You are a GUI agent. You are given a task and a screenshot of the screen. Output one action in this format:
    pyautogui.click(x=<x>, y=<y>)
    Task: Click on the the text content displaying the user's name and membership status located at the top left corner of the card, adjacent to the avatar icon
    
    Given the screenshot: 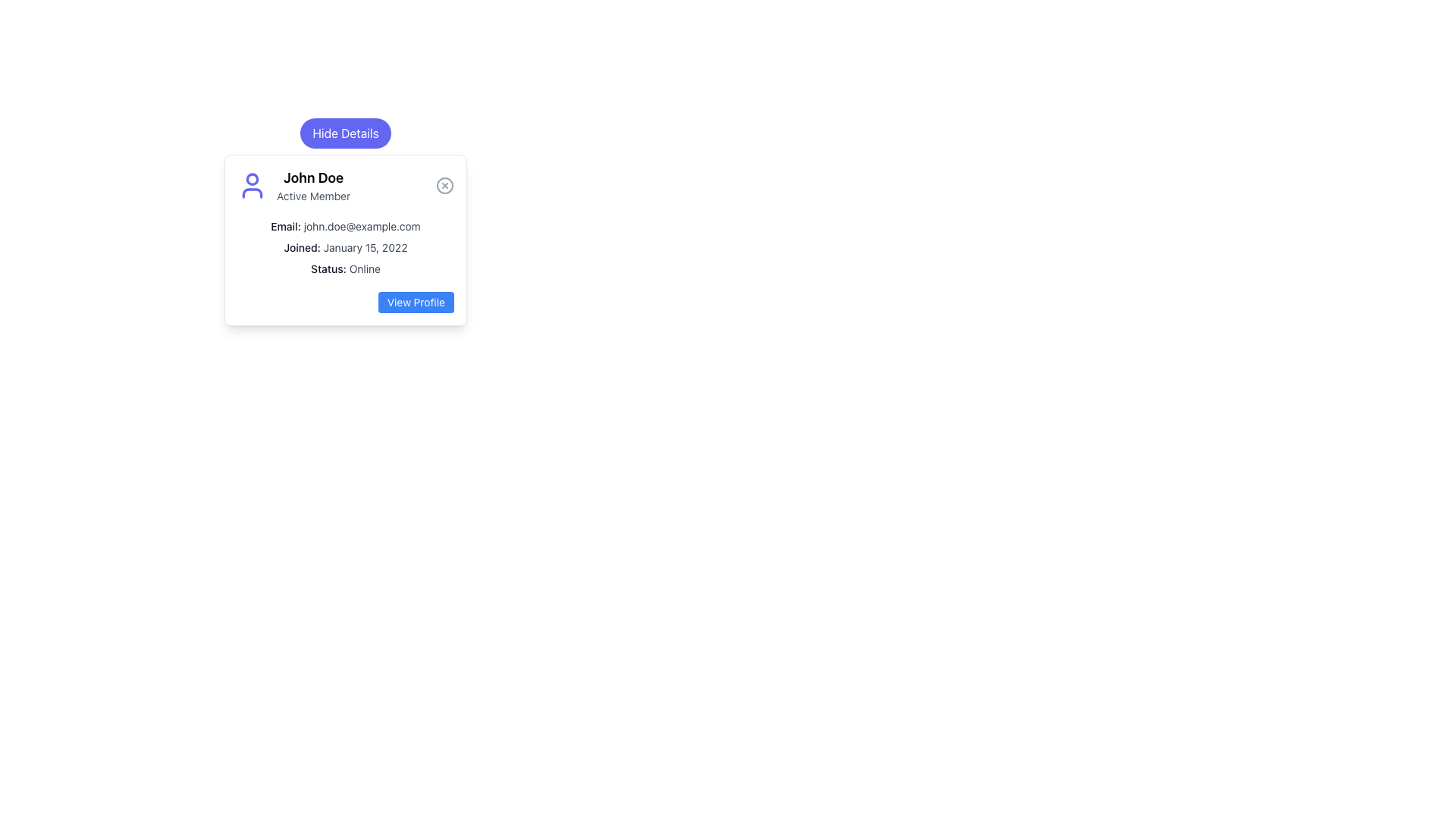 What is the action you would take?
    pyautogui.click(x=312, y=185)
    